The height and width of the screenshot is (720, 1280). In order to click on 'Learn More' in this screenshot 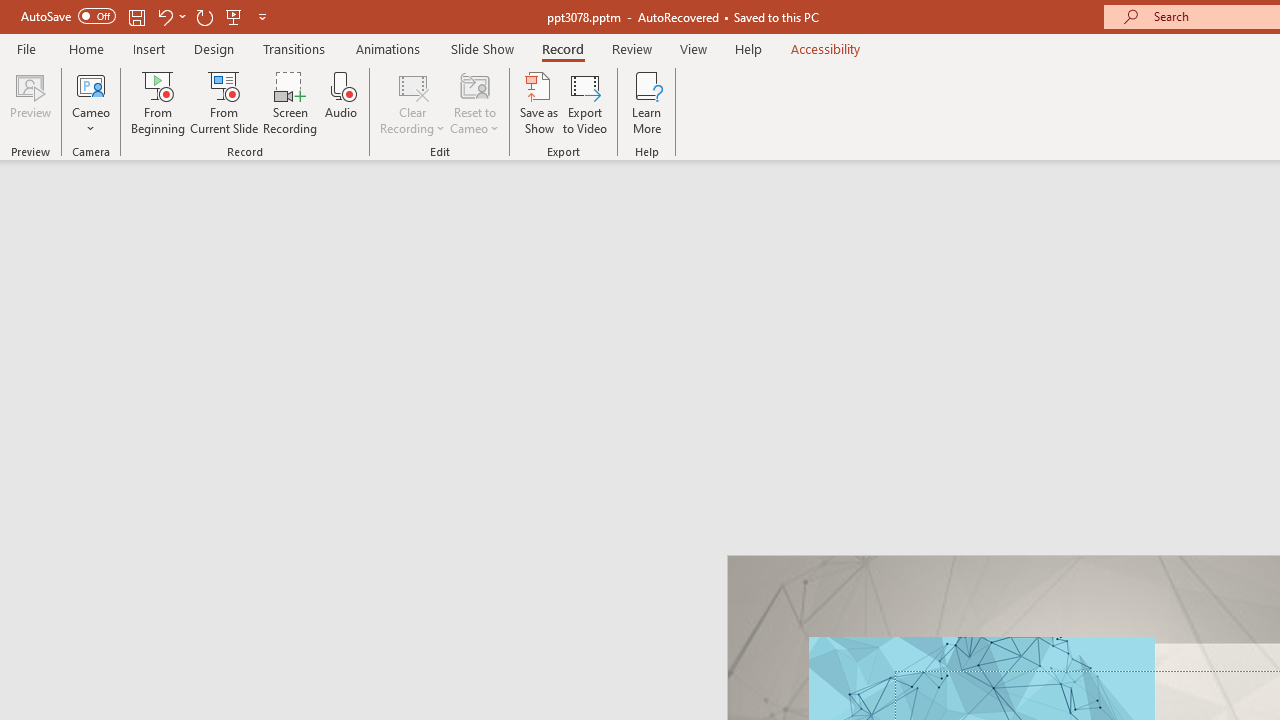, I will do `click(647, 103)`.